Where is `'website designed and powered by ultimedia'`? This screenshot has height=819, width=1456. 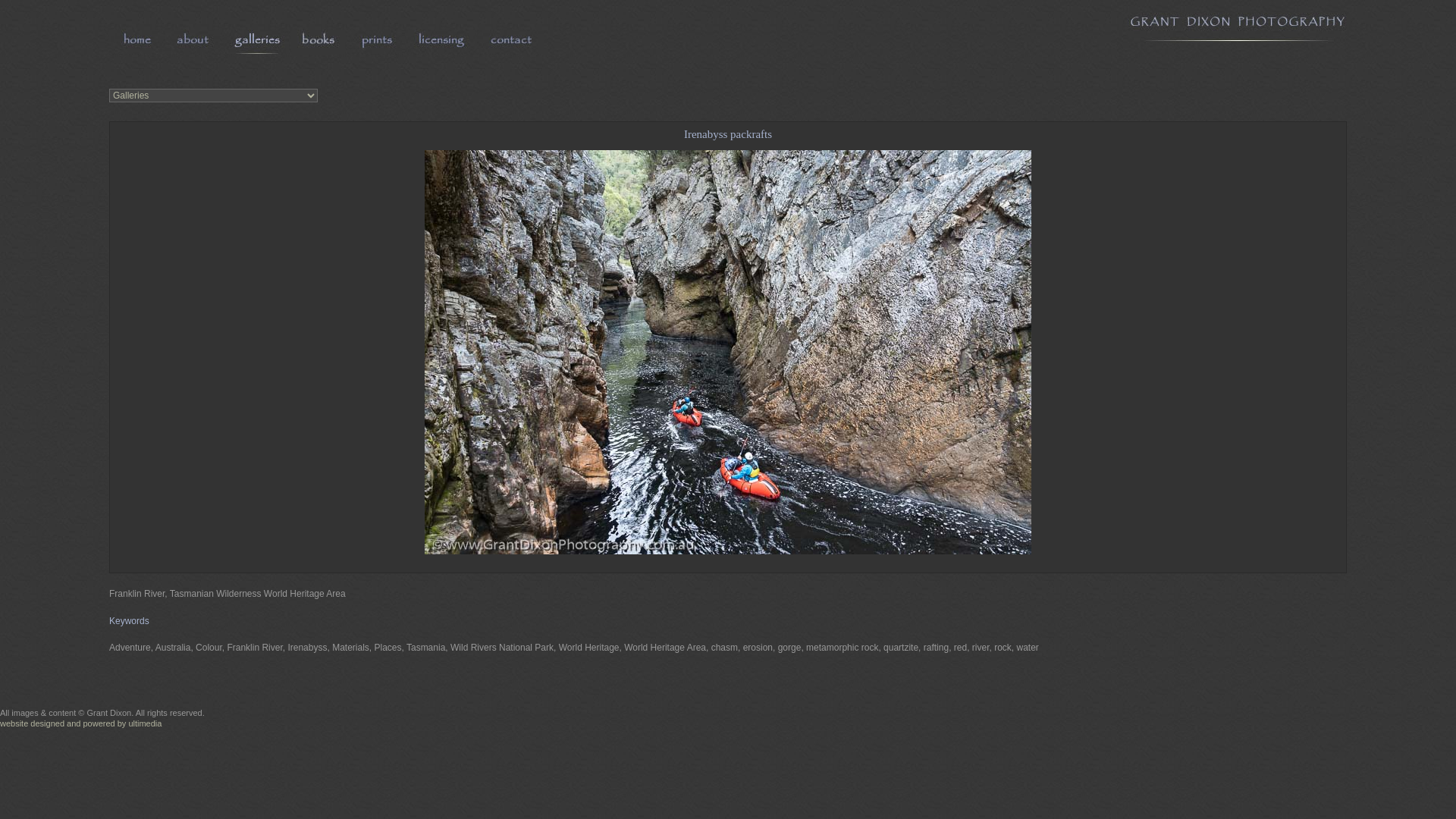
'website designed and powered by ultimedia' is located at coordinates (80, 722).